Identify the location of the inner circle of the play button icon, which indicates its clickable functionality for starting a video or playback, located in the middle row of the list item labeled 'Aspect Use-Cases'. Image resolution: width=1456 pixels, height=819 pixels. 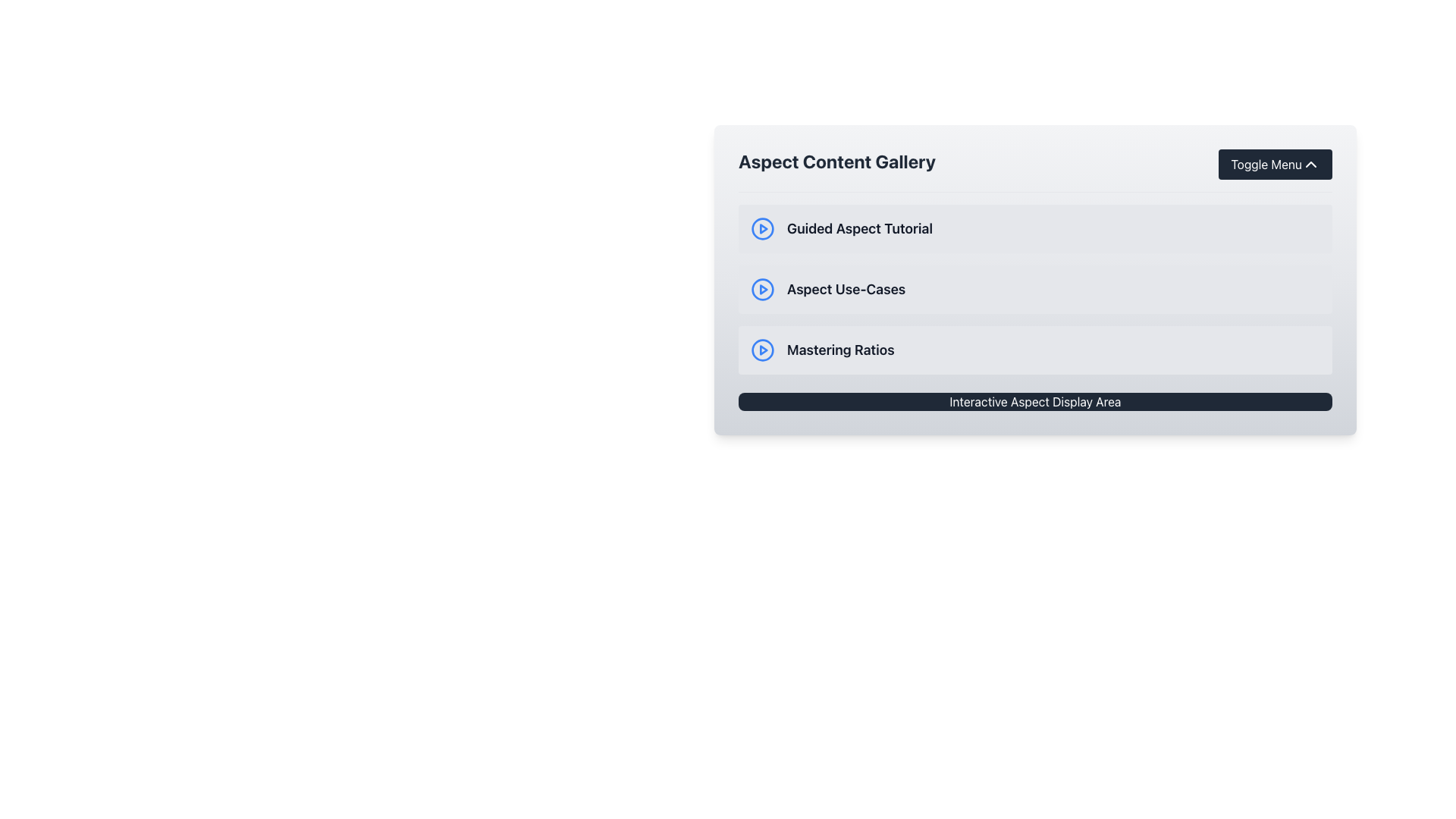
(763, 289).